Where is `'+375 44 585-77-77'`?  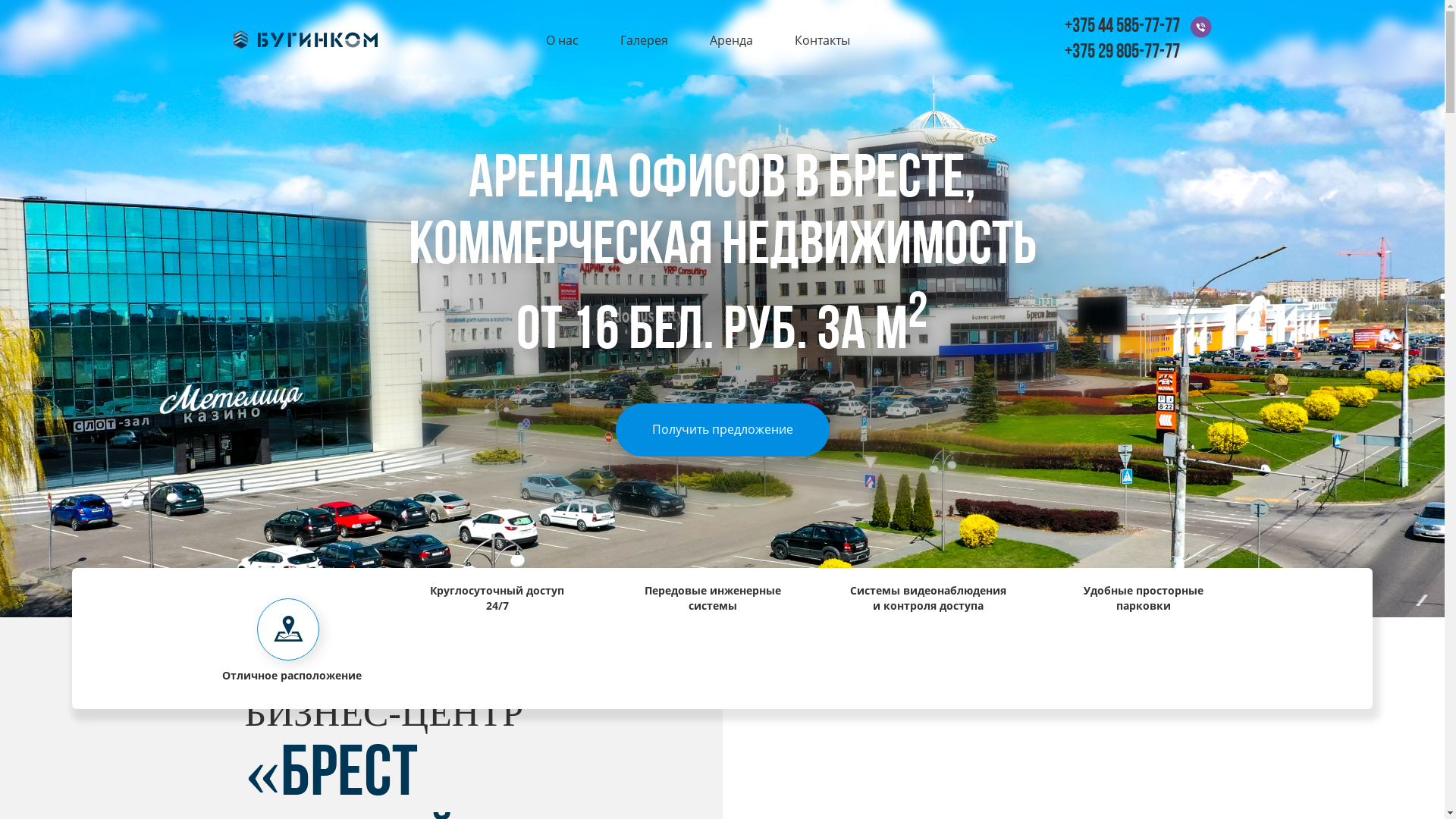 '+375 44 585-77-77' is located at coordinates (1063, 27).